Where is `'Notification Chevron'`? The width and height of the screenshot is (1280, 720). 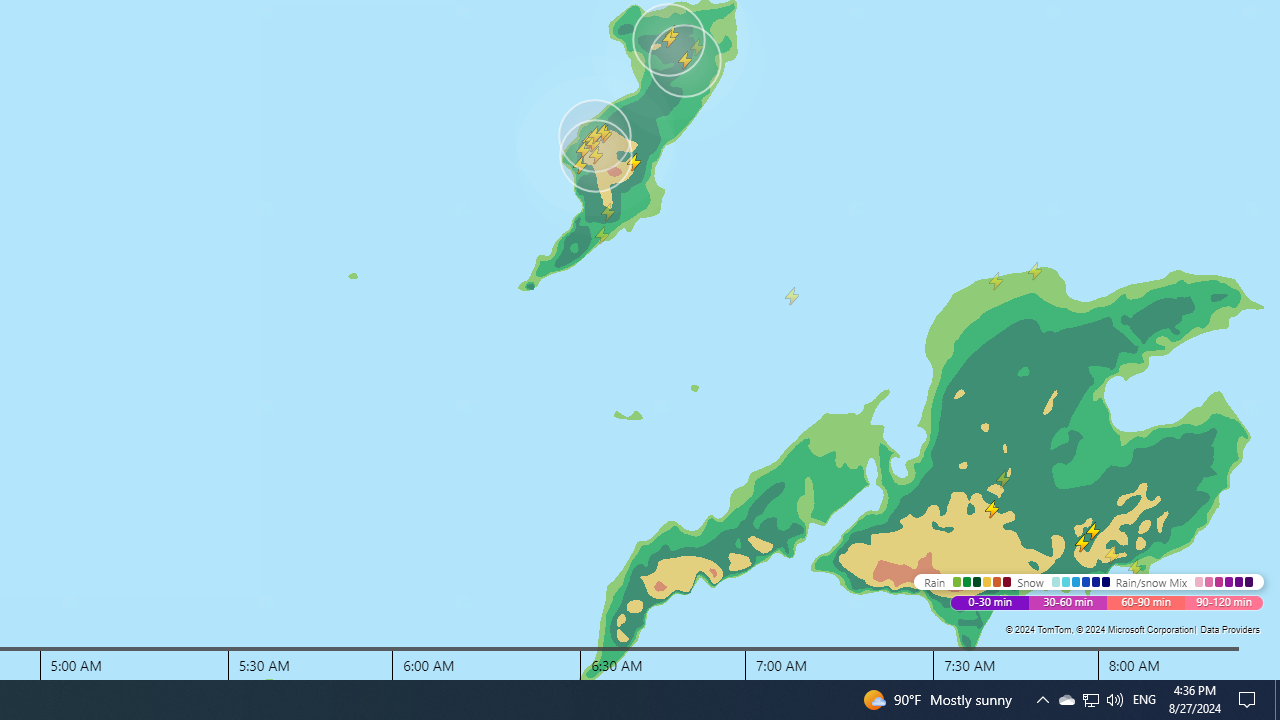
'Notification Chevron' is located at coordinates (1065, 698).